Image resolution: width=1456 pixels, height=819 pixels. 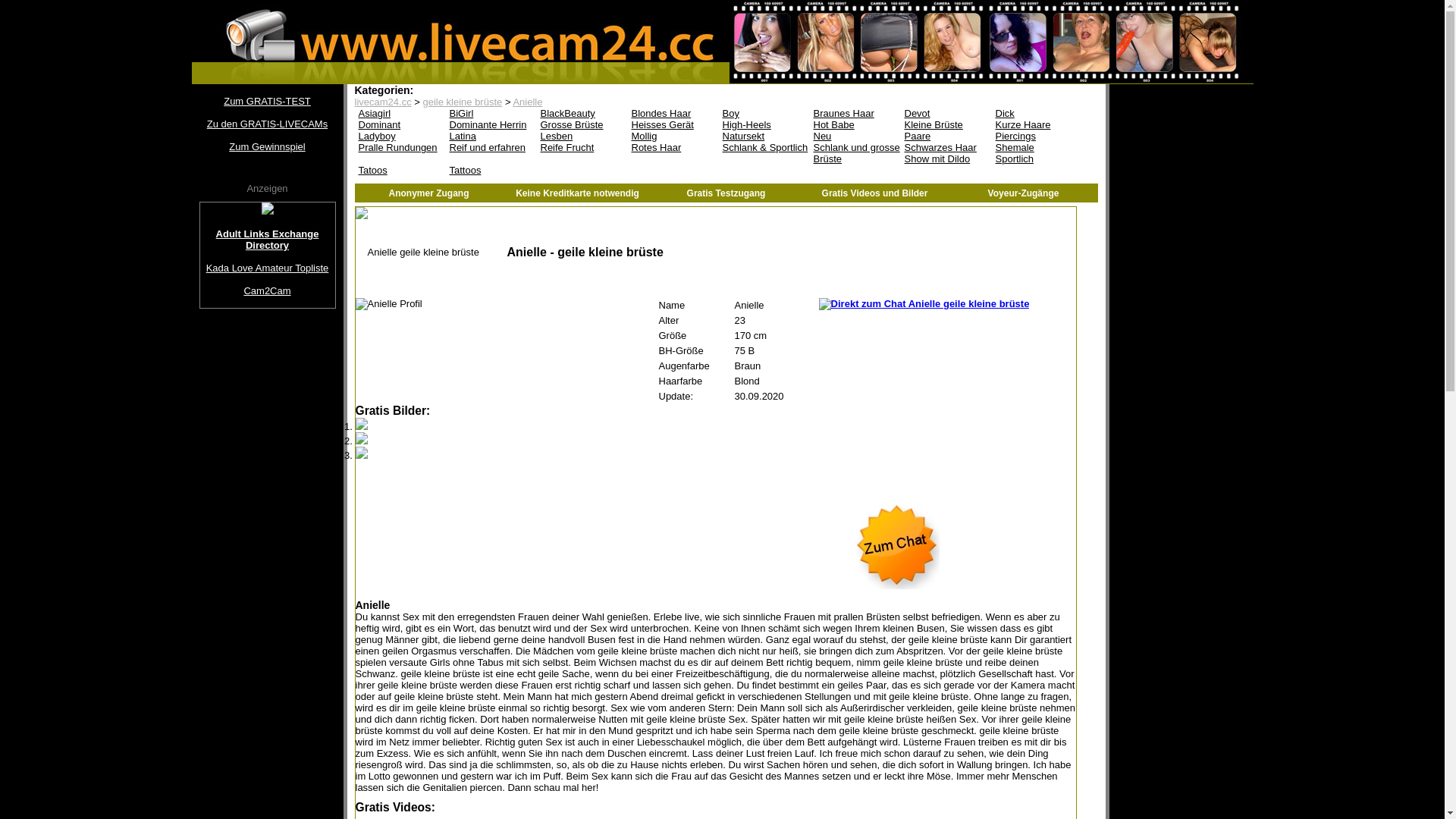 What do you see at coordinates (199, 290) in the screenshot?
I see `'Cam2Cam'` at bounding box center [199, 290].